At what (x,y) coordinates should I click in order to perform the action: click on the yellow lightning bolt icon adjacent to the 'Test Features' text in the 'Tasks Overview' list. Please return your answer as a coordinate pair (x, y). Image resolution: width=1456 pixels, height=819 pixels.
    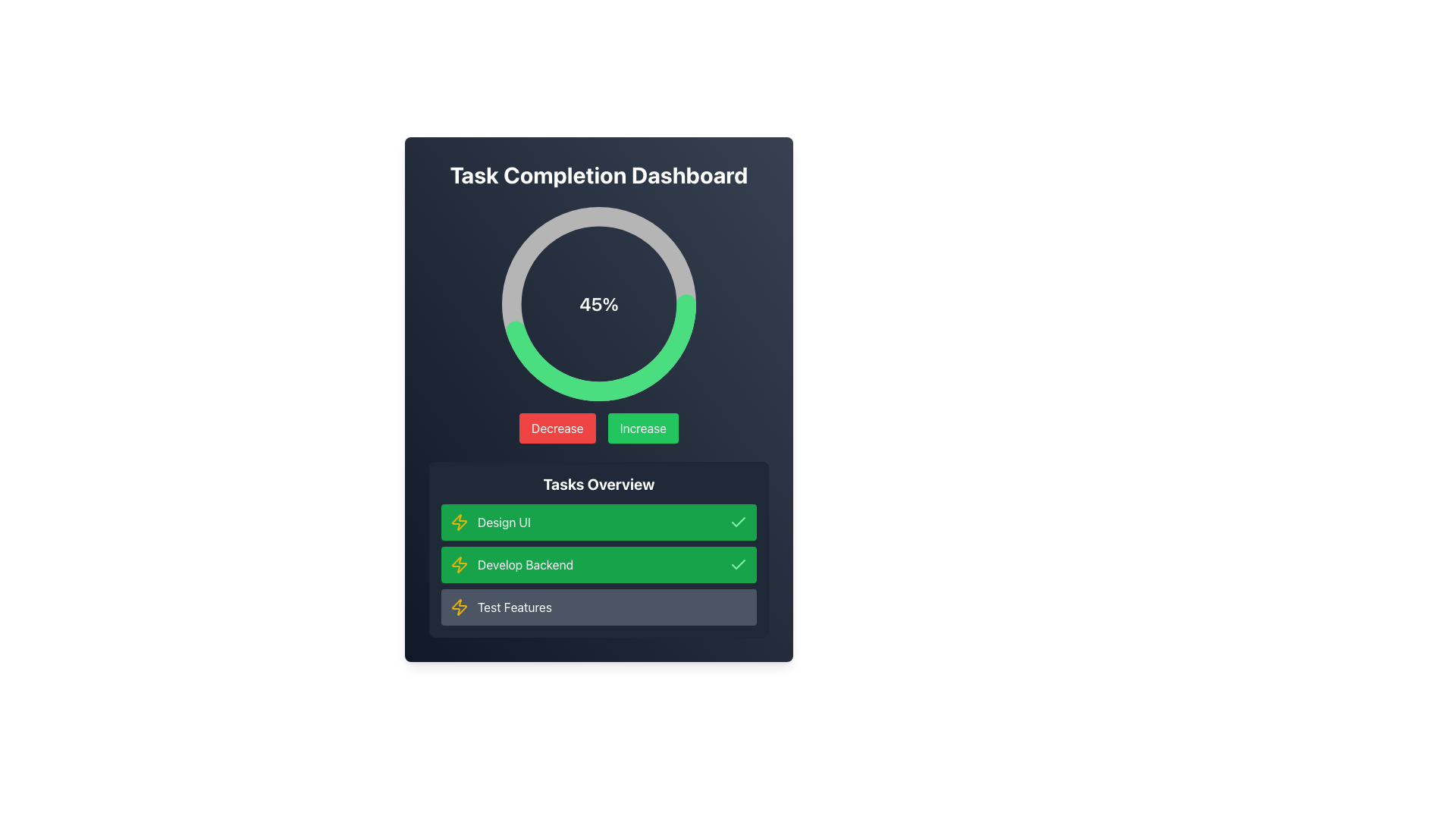
    Looking at the image, I should click on (458, 607).